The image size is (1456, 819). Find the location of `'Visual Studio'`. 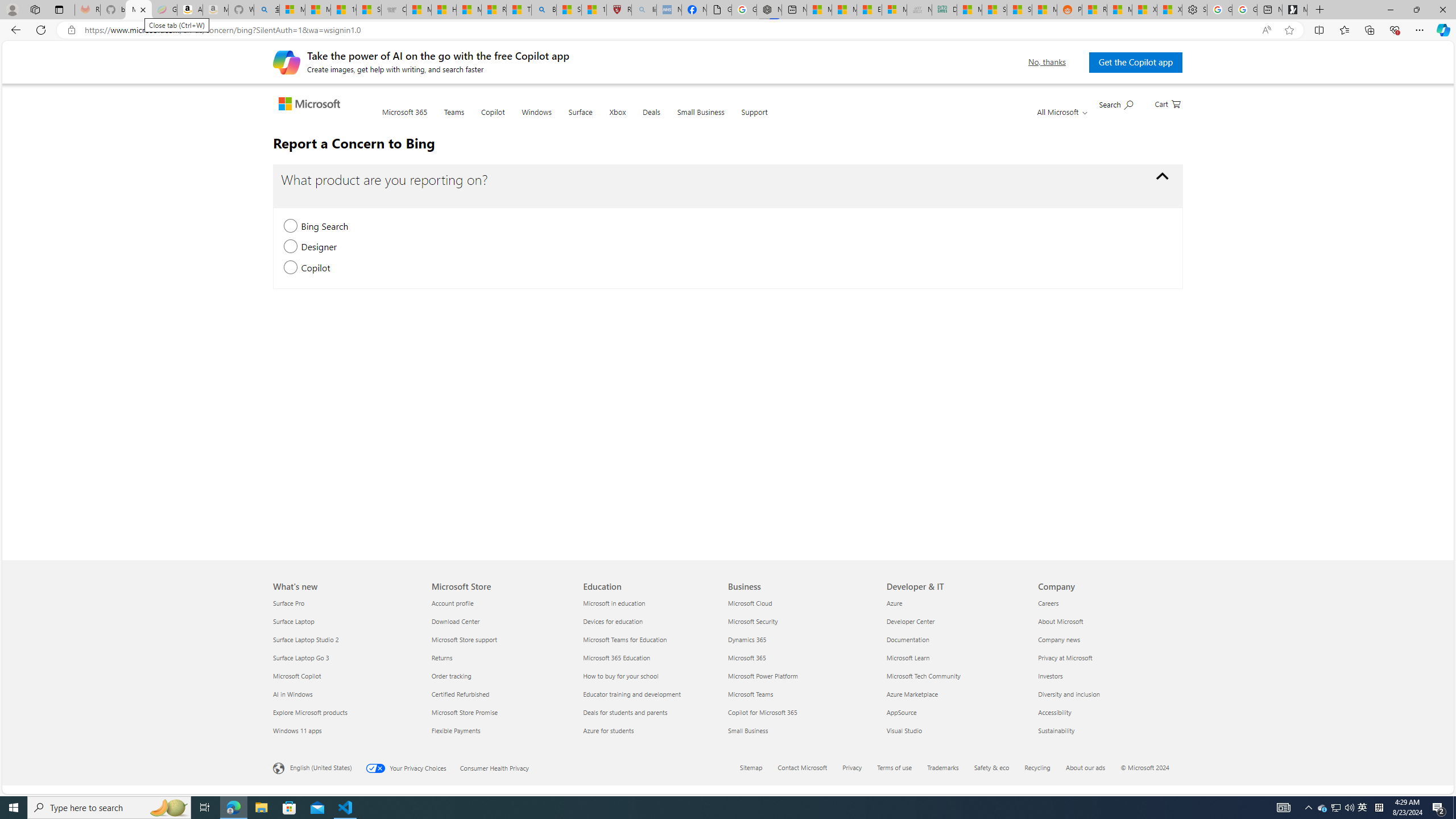

'Visual Studio' is located at coordinates (955, 730).